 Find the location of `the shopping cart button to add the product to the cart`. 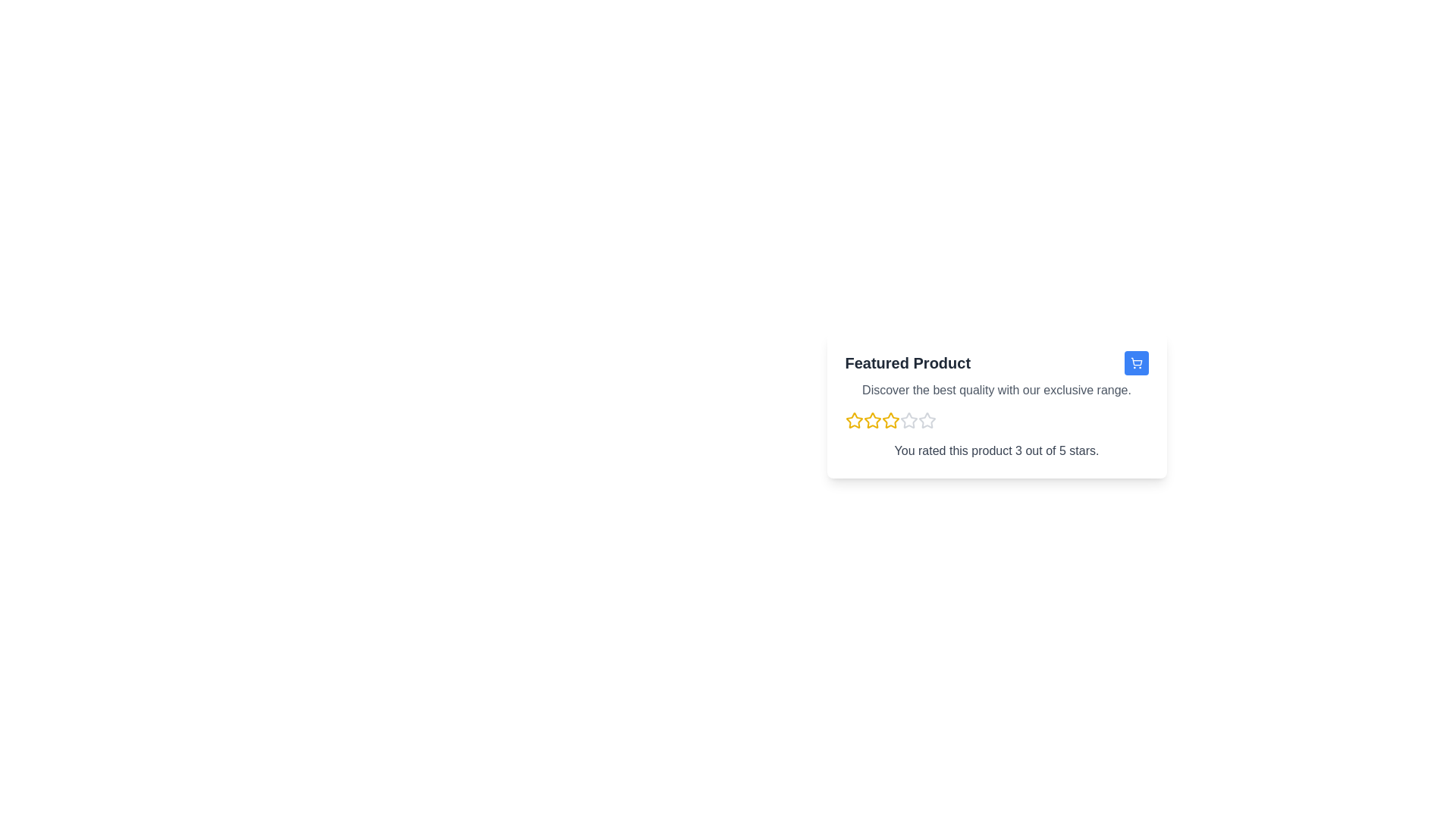

the shopping cart button to add the product to the cart is located at coordinates (1136, 362).